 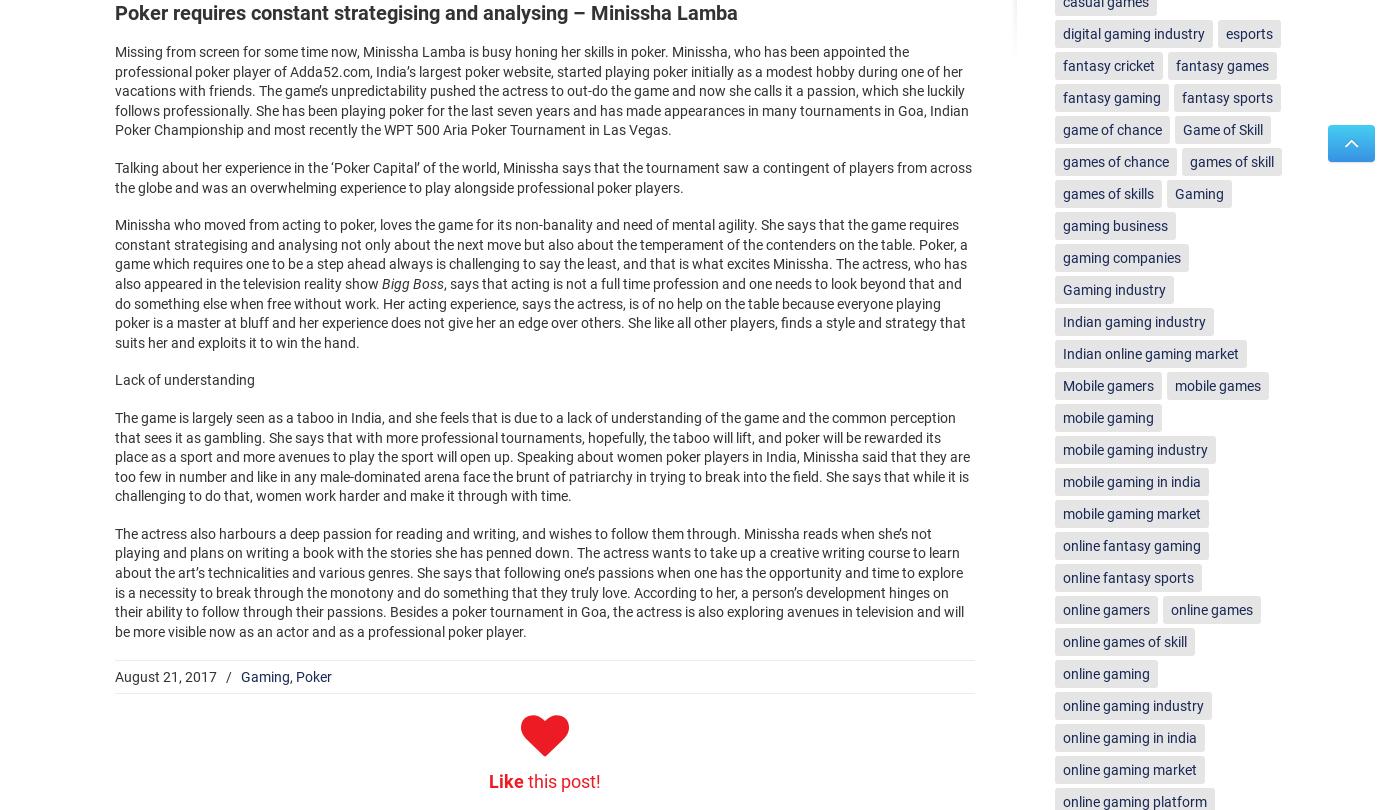 What do you see at coordinates (184, 378) in the screenshot?
I see `'Lack of understanding'` at bounding box center [184, 378].